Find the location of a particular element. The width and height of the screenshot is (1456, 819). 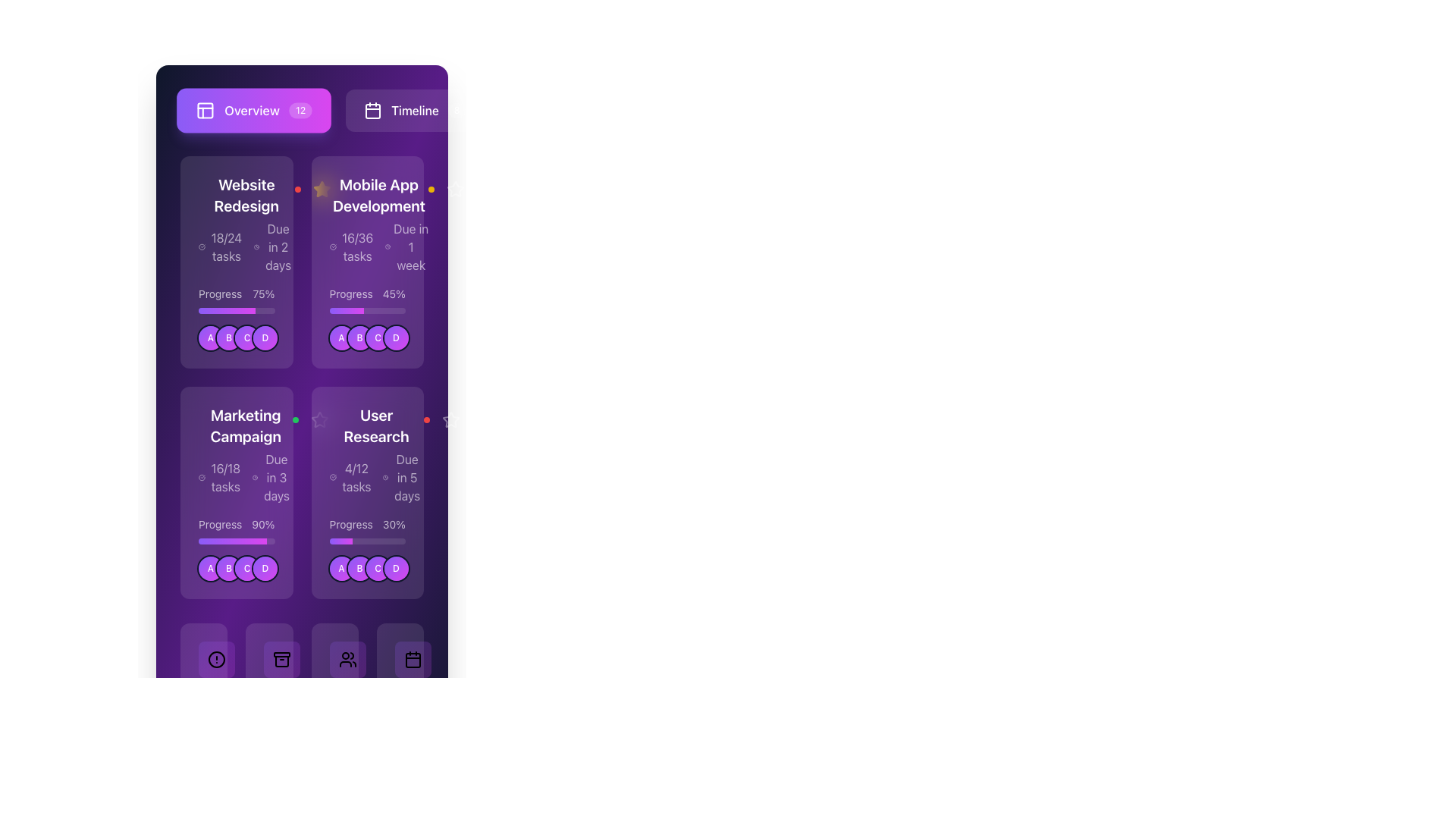

the progress bar located within the 'Website Redesign' card, which is a narrow horizontal bar filled partially in a gradient from violet to fuchsia, situated below the 'Progress 75%' label is located at coordinates (236, 309).